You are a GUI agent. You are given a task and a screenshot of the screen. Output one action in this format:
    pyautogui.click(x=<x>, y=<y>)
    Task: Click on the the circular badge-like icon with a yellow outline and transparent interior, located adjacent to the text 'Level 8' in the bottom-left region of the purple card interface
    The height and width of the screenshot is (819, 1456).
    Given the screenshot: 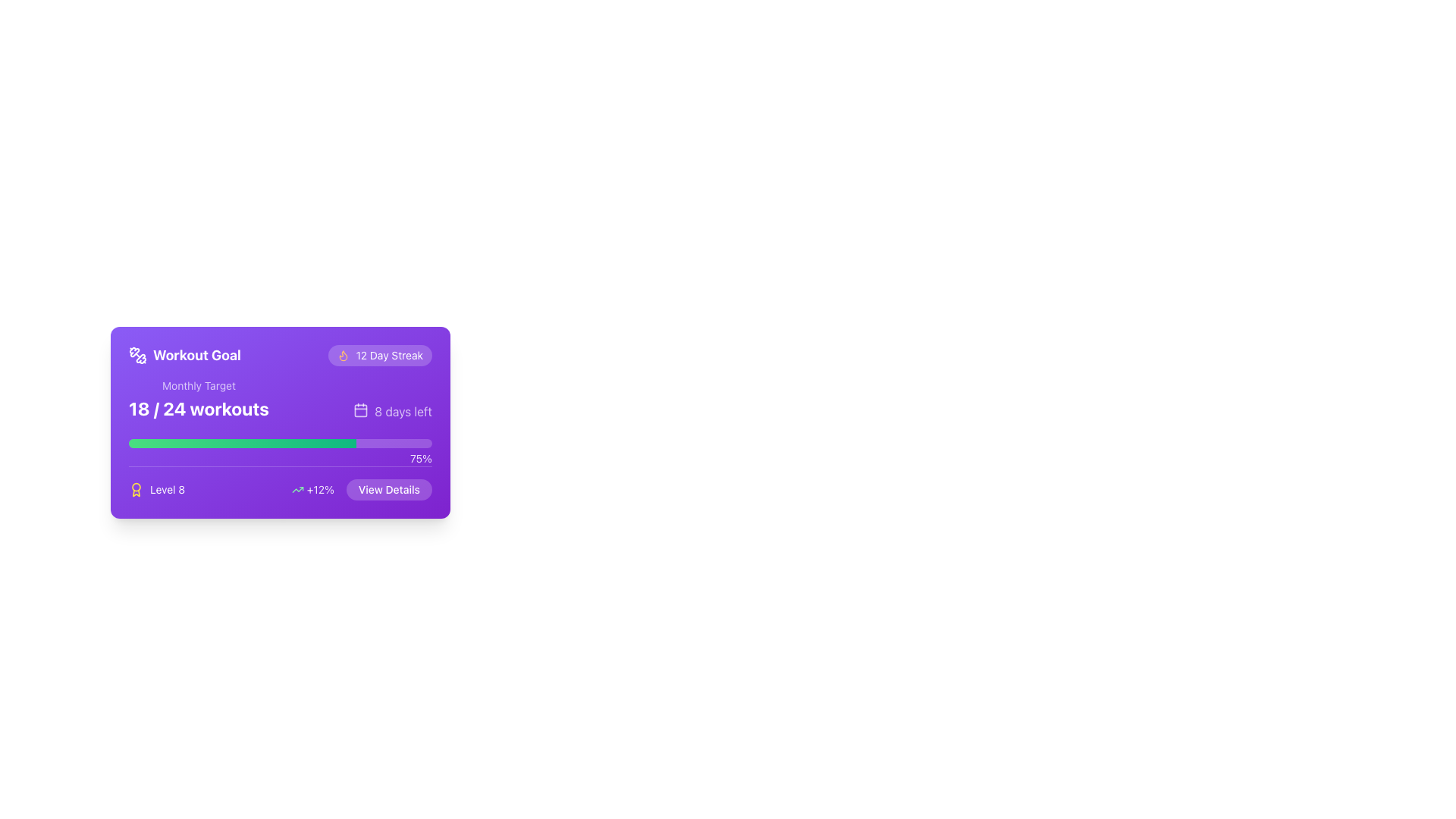 What is the action you would take?
    pyautogui.click(x=136, y=489)
    